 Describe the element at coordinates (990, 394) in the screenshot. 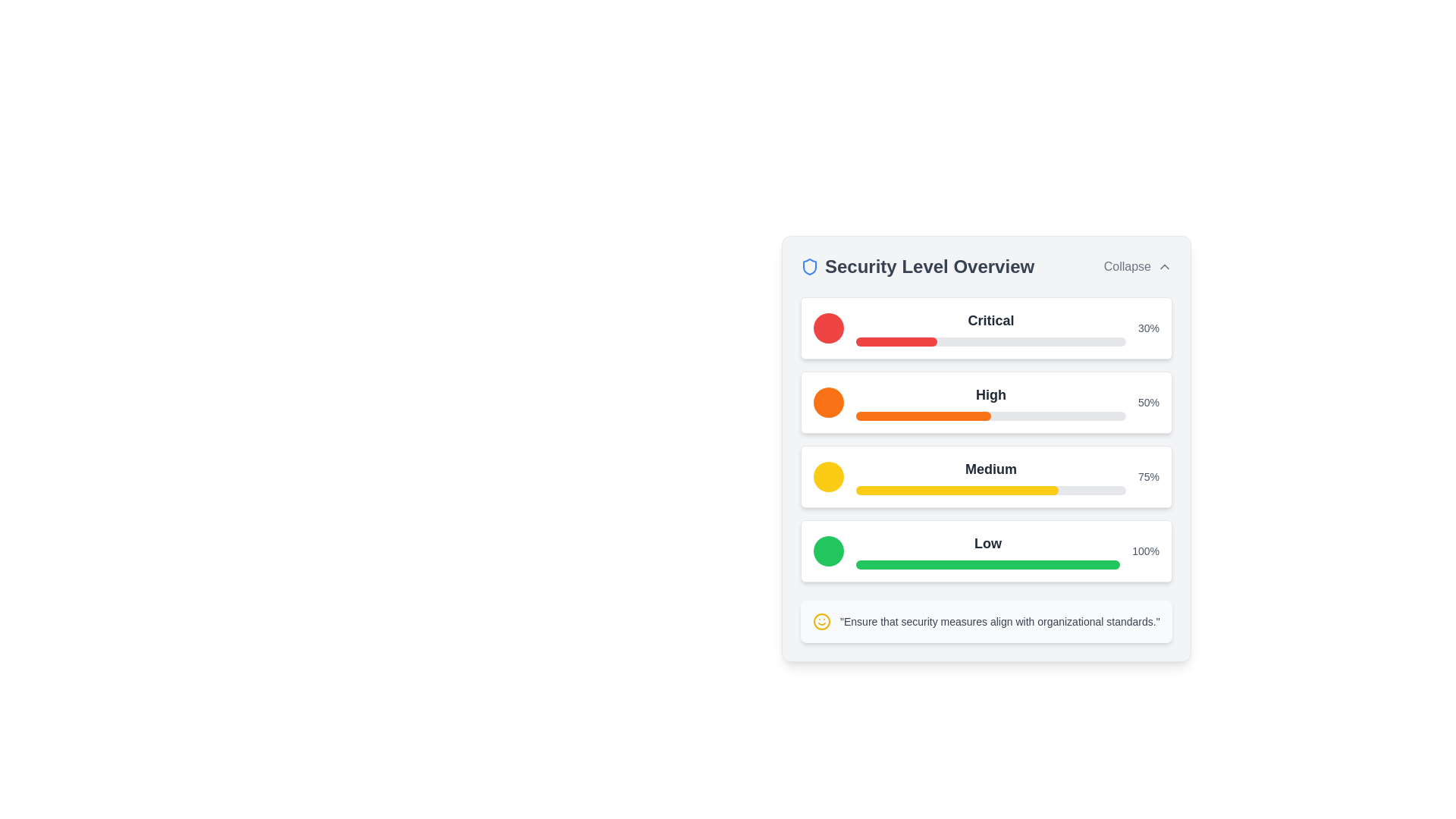

I see `the text label displaying 'High', which is styled in bold, large dark gray font, located above a horizontal progress bar and to the right of an orange circular icon in the 'Security Level Overview' section` at that location.